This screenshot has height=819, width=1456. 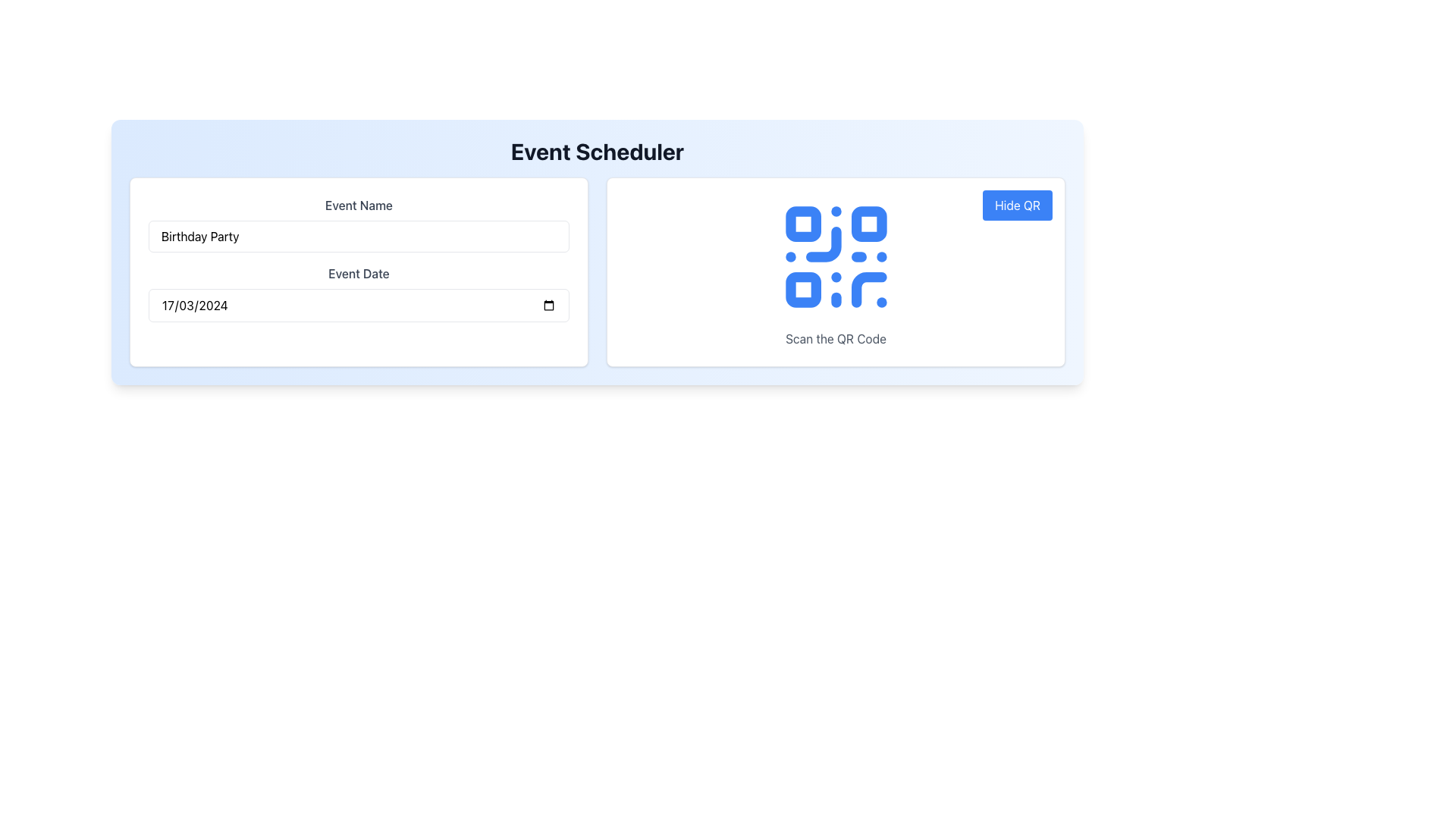 I want to click on the QR code icon located in the right panel above the text 'Scan the QR Code', so click(x=835, y=256).